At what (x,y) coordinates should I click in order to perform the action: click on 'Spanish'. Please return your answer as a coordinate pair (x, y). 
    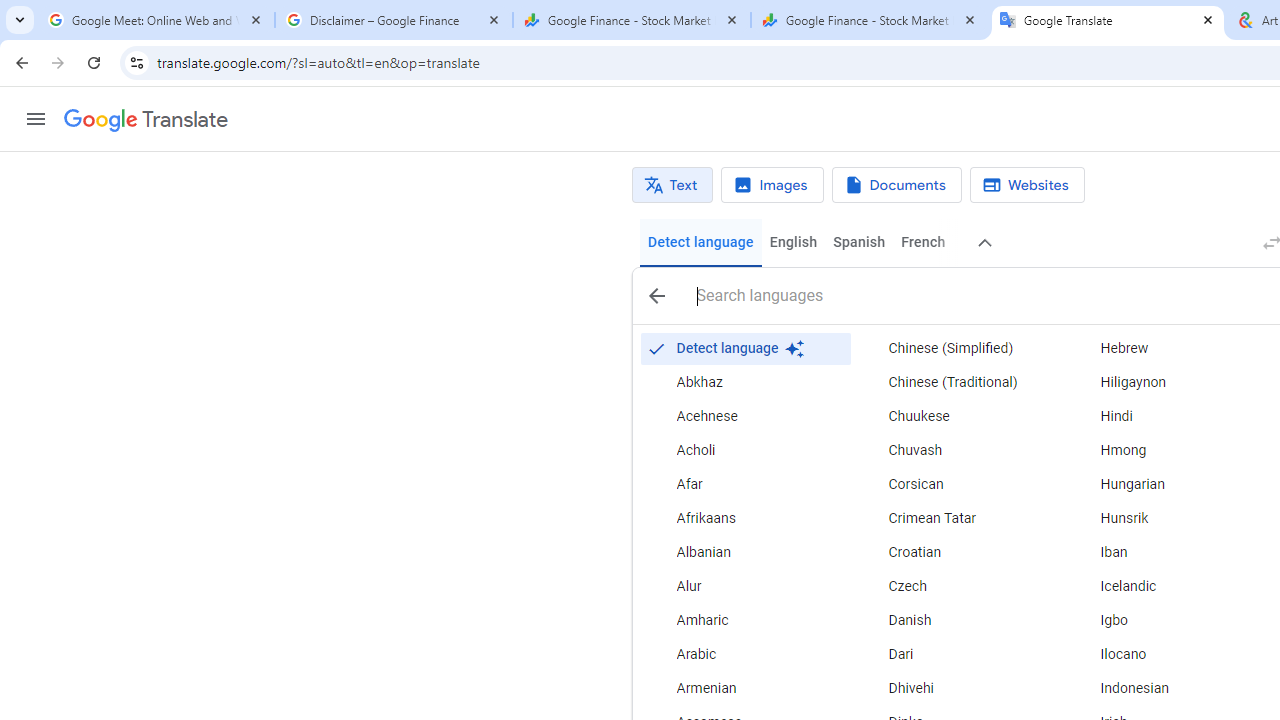
    Looking at the image, I should click on (858, 242).